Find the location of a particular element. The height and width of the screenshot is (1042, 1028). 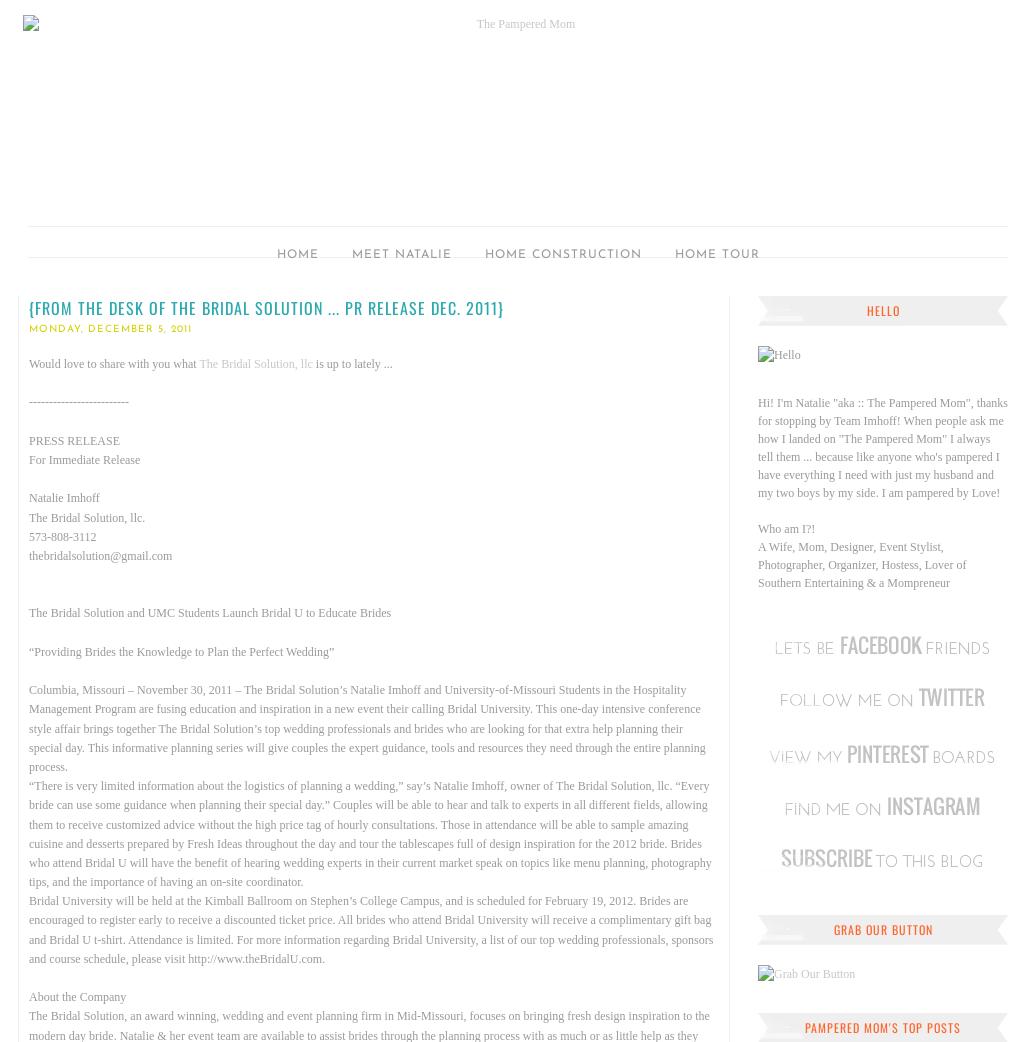

'Bridal University will be held at the Kimball Ballroom on Stephen’s College Campus, and is scheduled for February 19, 2012. Brides are encouraged to register early to receive a discounted ticket price.  All brides who attend Bridal University will receive a complimentary gift bag and Bridal U t-shirt.  Attendance is limited.  For more information regarding Bridal University, a list of our top wedding professionals, sponsors and course schedule, please visit http://www.theBridalU.com.' is located at coordinates (370, 928).